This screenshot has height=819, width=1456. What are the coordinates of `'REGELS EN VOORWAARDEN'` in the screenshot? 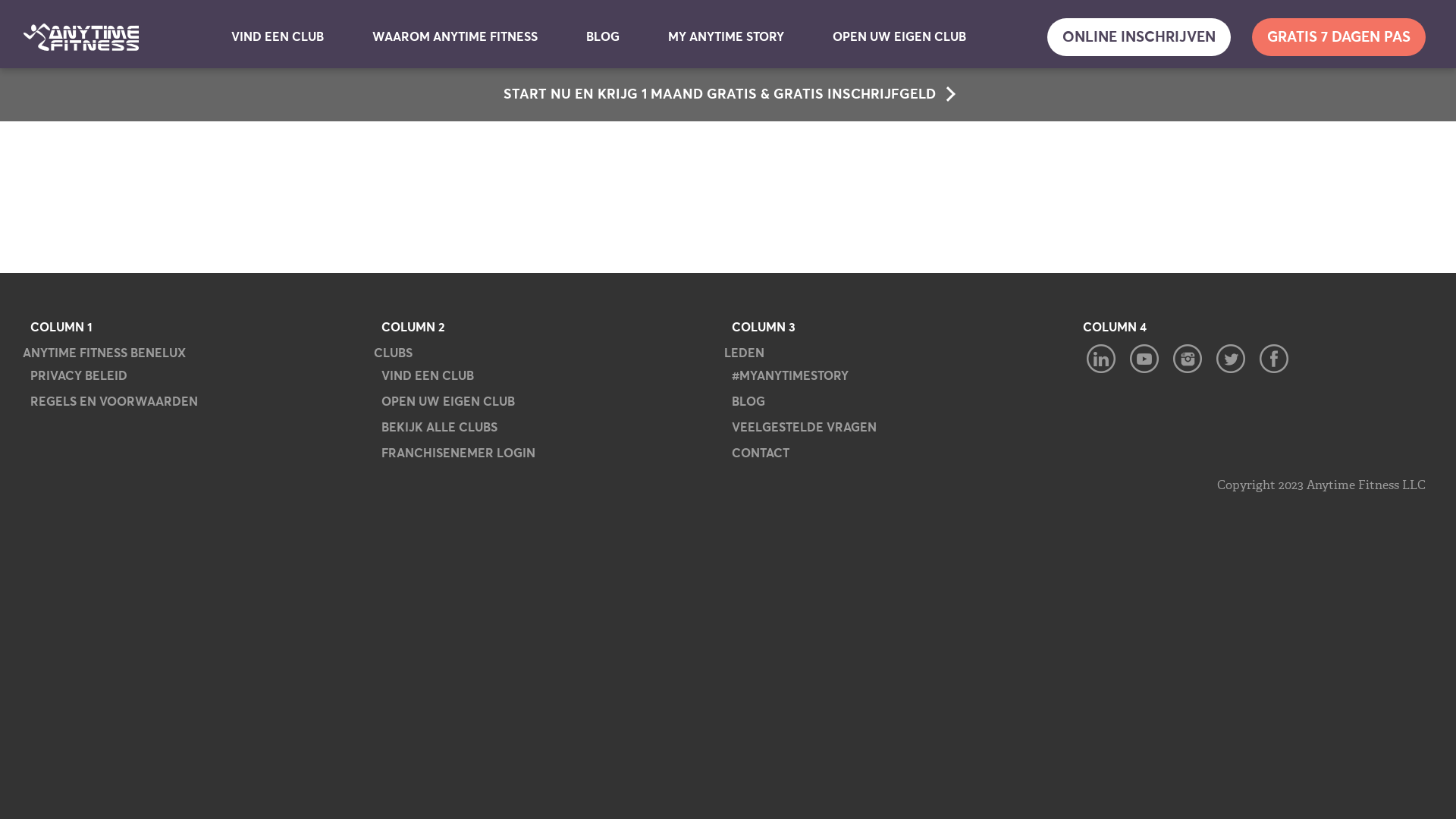 It's located at (113, 400).